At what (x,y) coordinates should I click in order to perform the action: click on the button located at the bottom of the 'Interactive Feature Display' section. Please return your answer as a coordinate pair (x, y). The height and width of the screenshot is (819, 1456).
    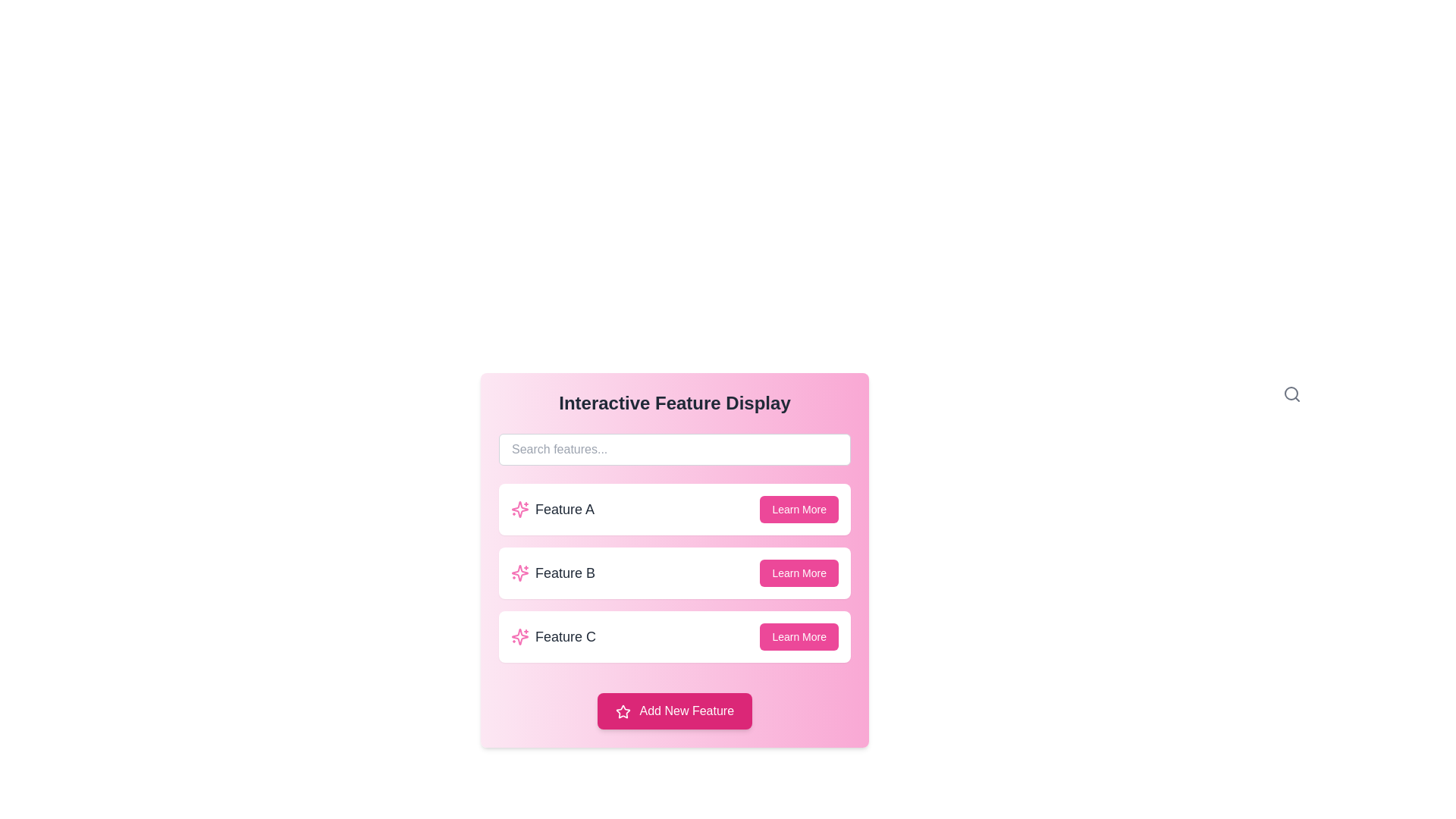
    Looking at the image, I should click on (673, 704).